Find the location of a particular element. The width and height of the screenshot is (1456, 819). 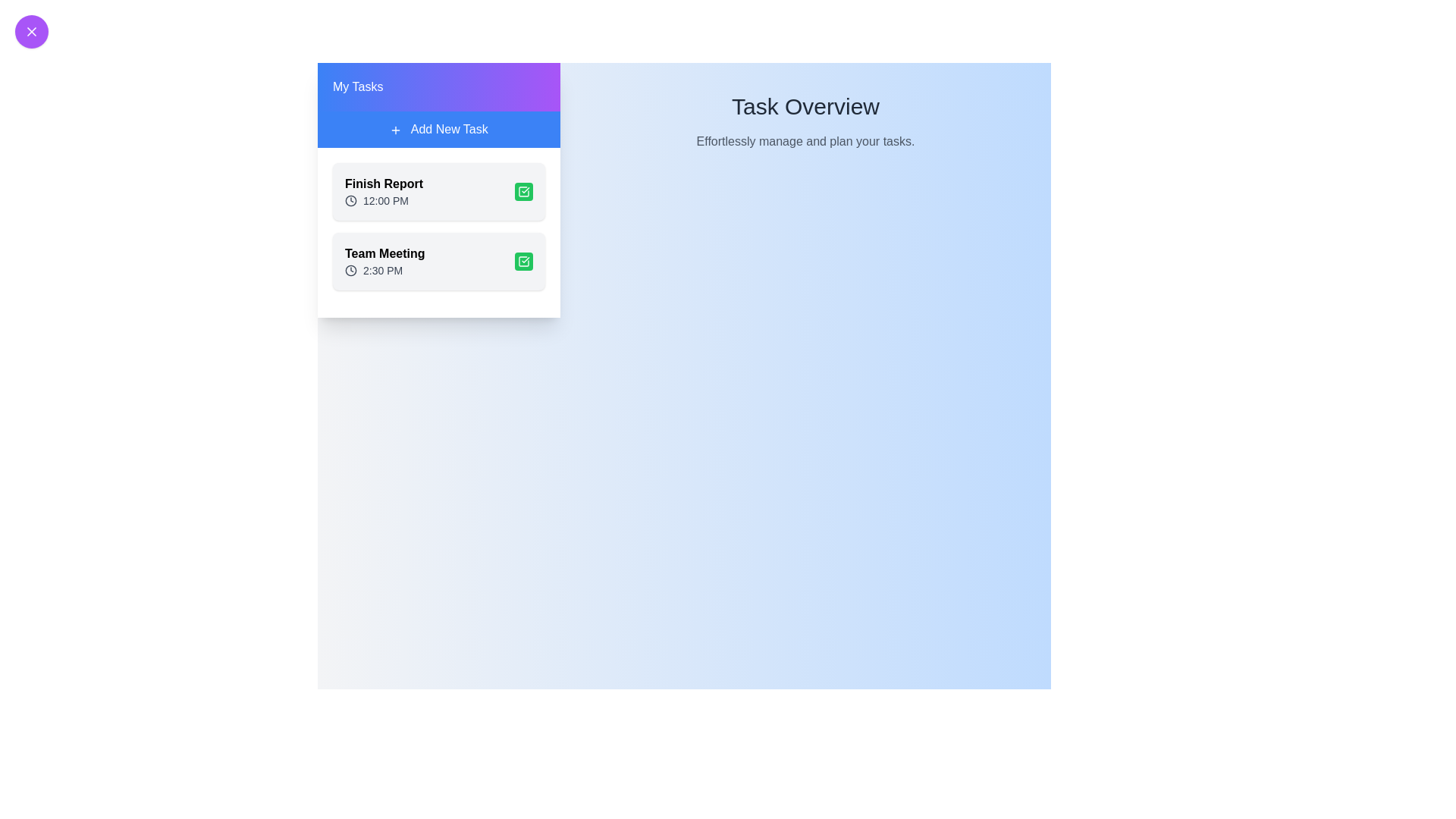

green button next to the task titled 'Finish Report' to mark it as completed is located at coordinates (524, 191).